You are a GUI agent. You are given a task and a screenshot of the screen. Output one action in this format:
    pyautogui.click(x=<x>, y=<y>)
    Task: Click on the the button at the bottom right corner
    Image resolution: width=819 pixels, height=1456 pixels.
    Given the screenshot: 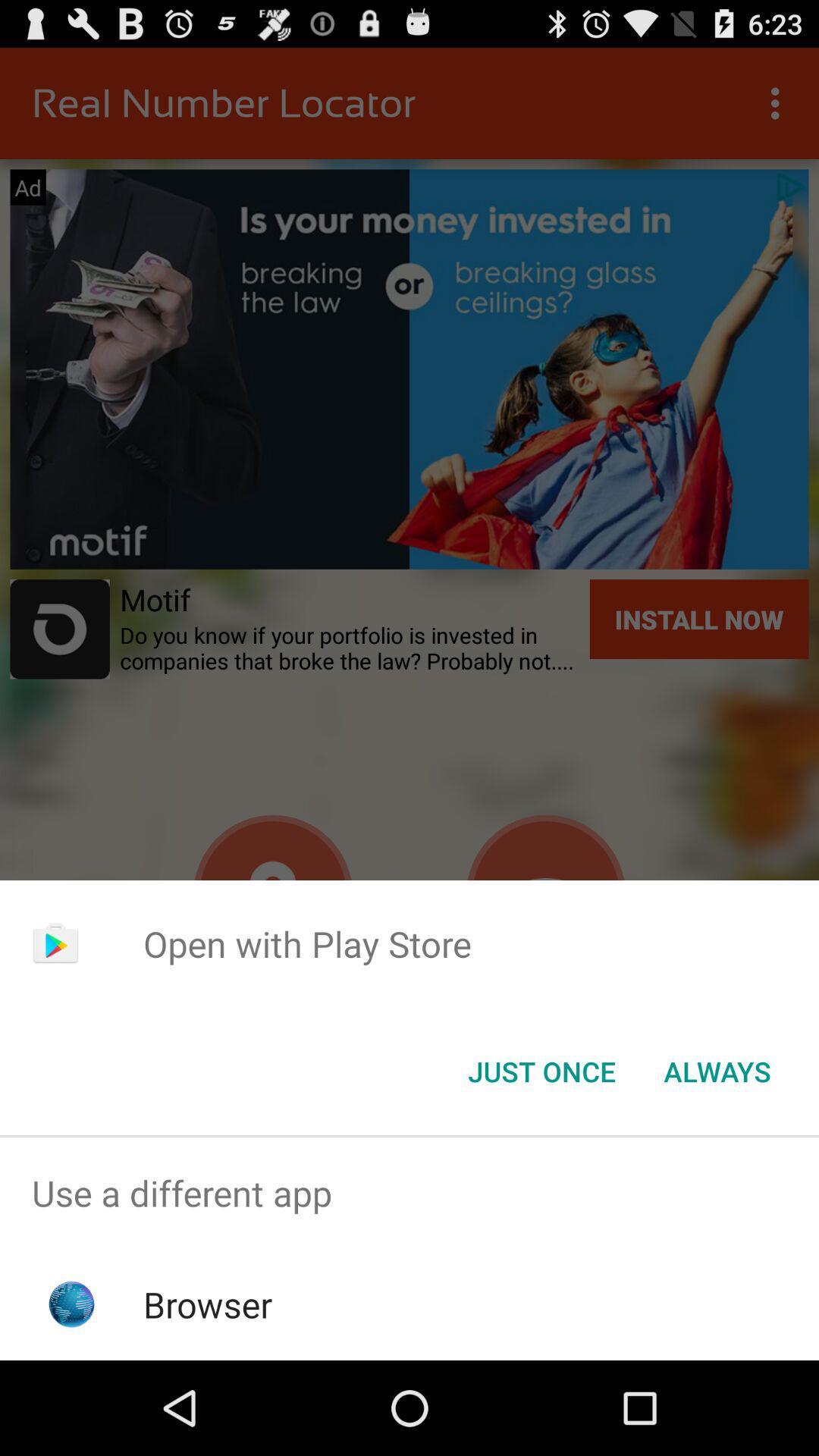 What is the action you would take?
    pyautogui.click(x=717, y=1070)
    